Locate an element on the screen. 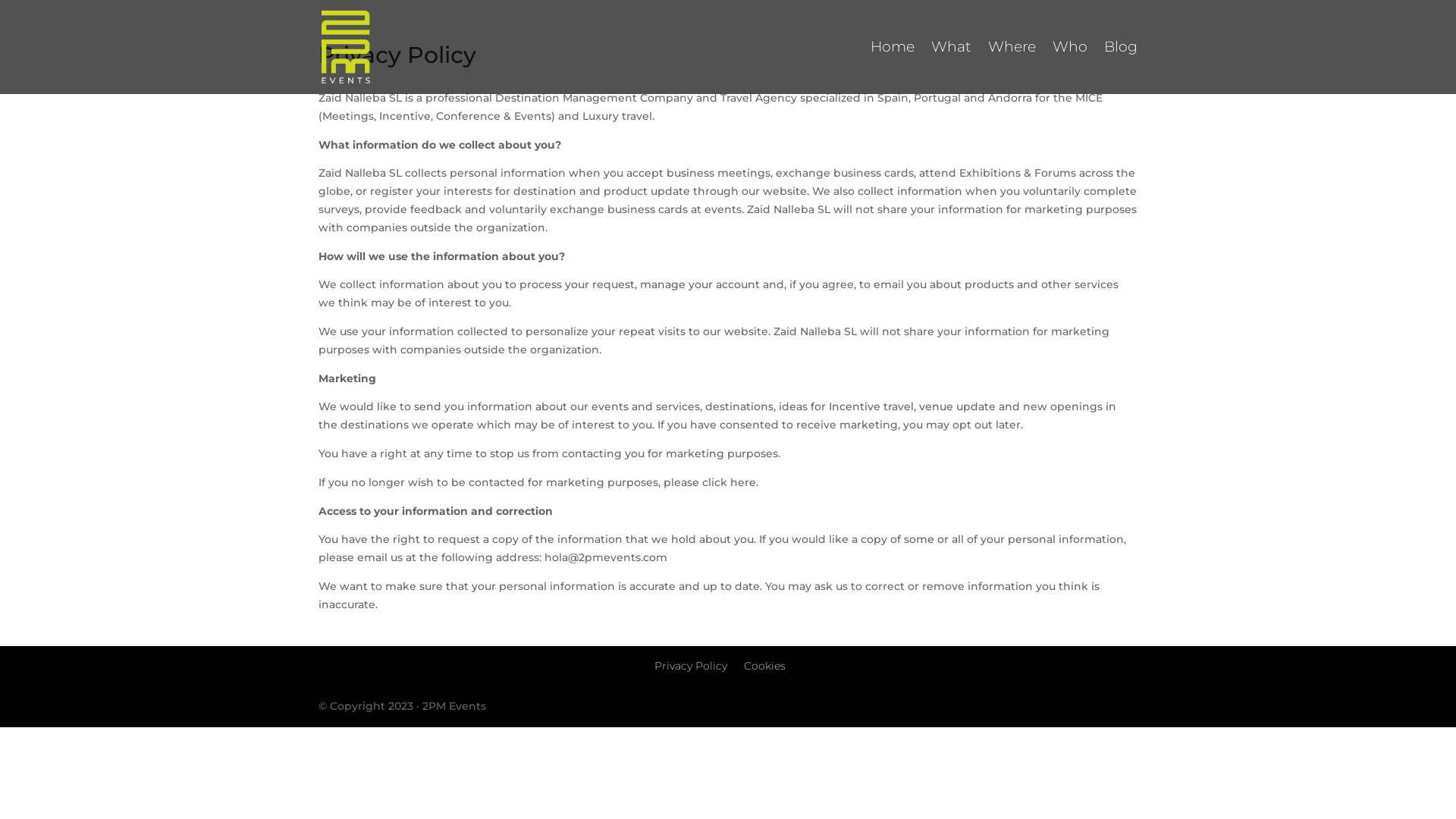 The height and width of the screenshot is (819, 1456). 'Privacy Policy' is located at coordinates (689, 665).